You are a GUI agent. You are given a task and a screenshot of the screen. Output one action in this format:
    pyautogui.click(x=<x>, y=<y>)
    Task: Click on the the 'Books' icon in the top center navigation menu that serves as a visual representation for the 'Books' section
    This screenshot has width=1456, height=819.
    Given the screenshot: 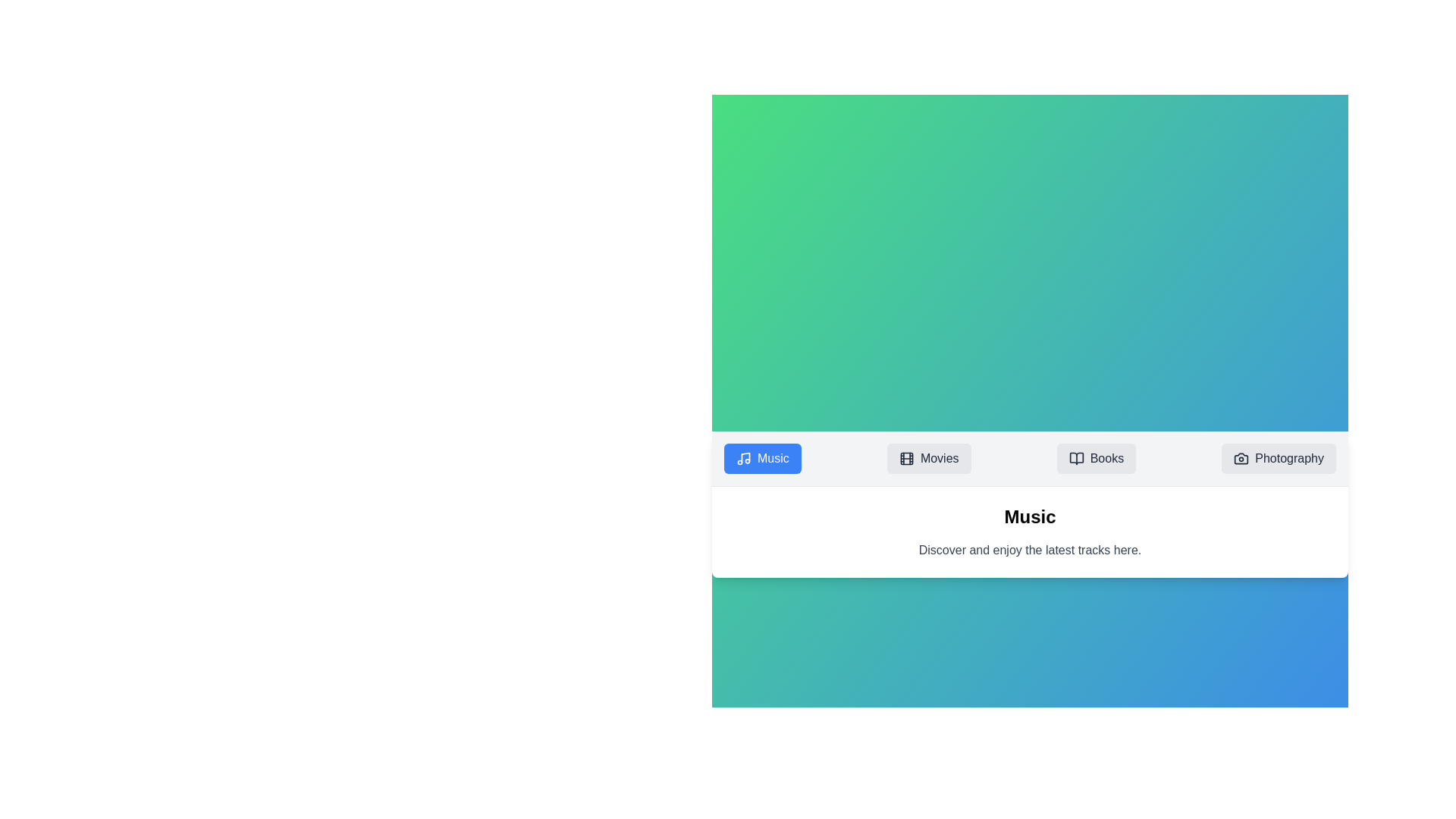 What is the action you would take?
    pyautogui.click(x=1075, y=457)
    